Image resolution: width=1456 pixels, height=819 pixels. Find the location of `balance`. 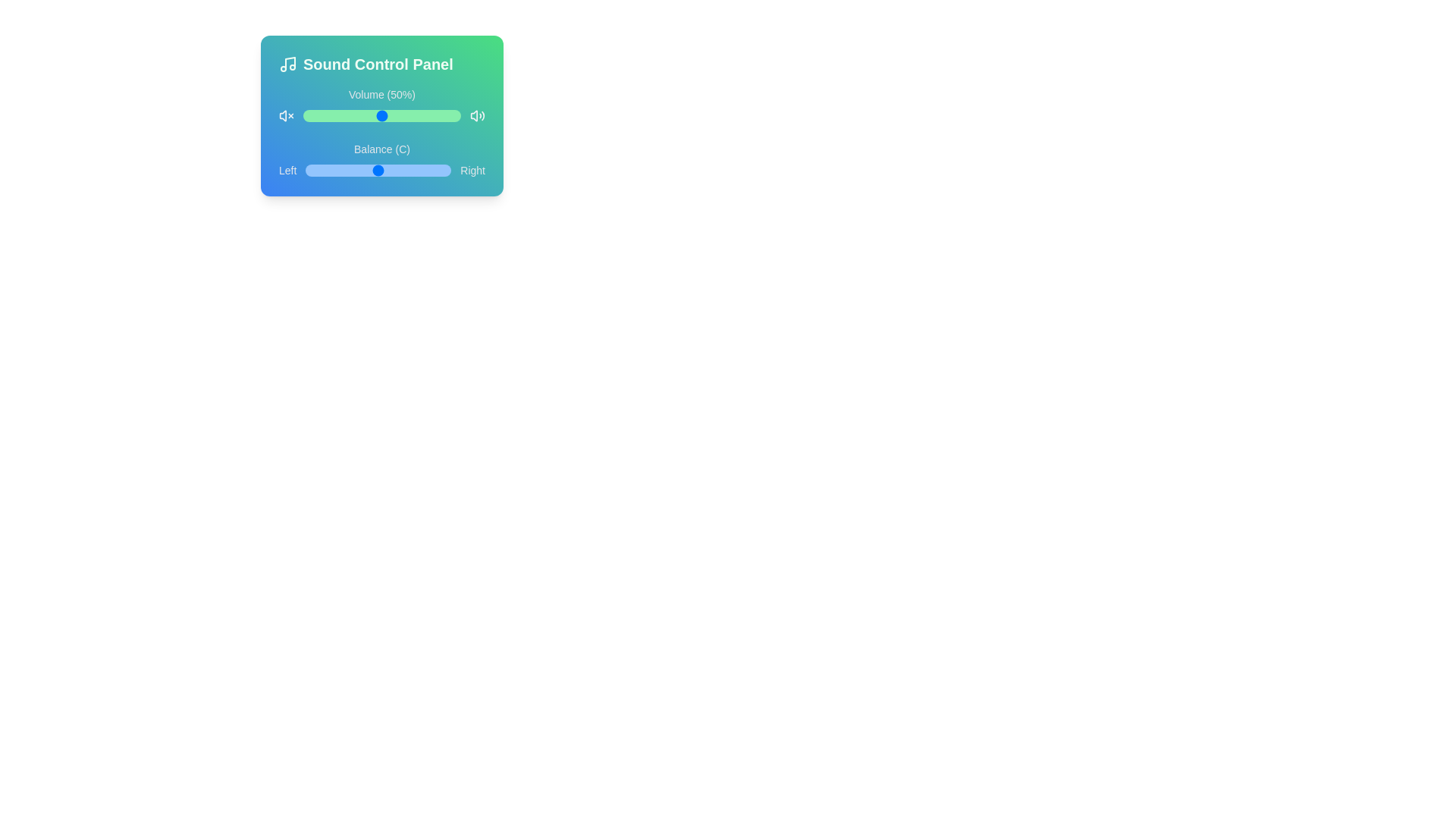

balance is located at coordinates (344, 170).